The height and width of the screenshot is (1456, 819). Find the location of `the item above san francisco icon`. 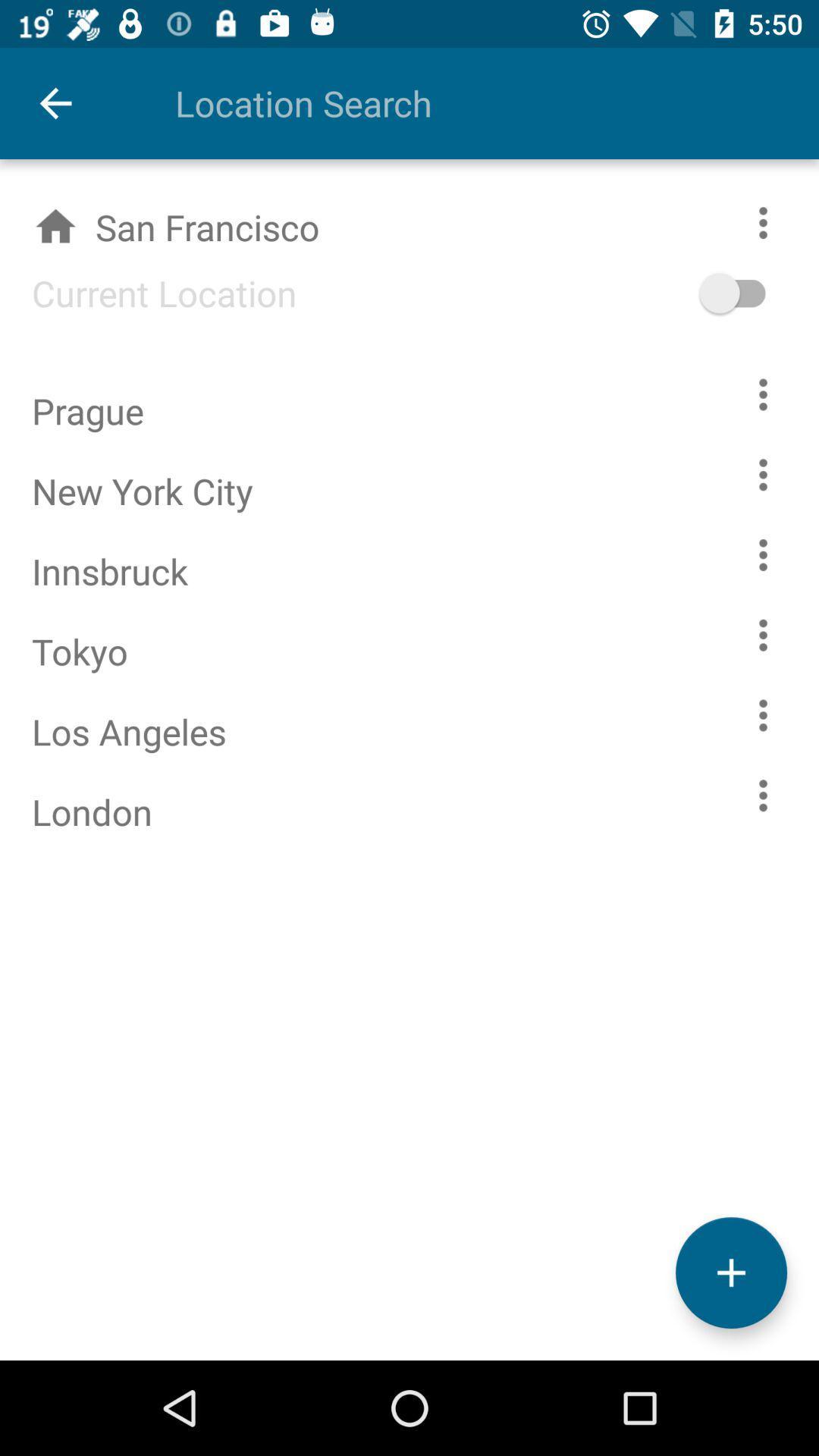

the item above san francisco icon is located at coordinates (464, 102).